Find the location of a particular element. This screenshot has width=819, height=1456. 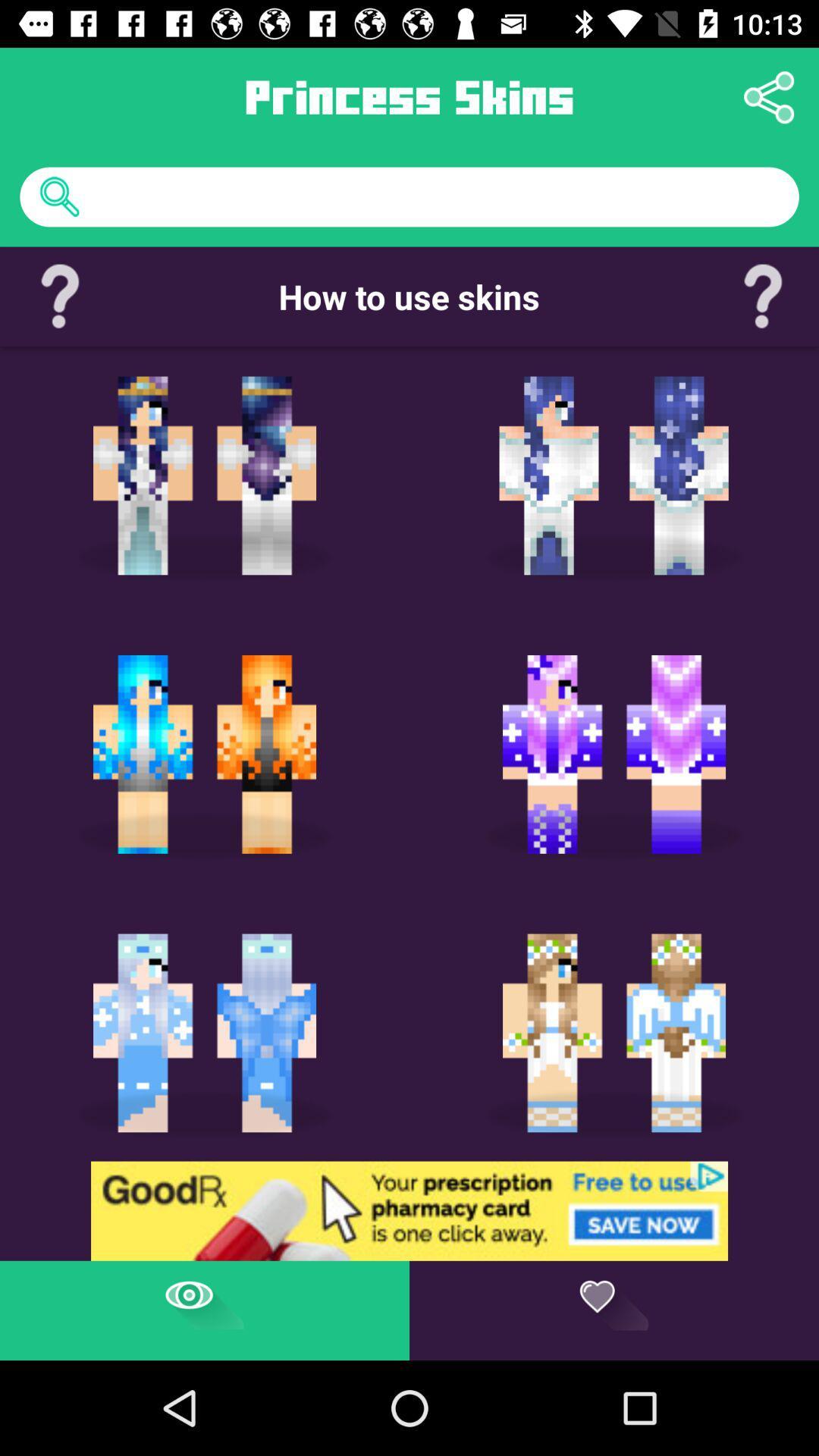

the fullscreen icon is located at coordinates (544, 956).